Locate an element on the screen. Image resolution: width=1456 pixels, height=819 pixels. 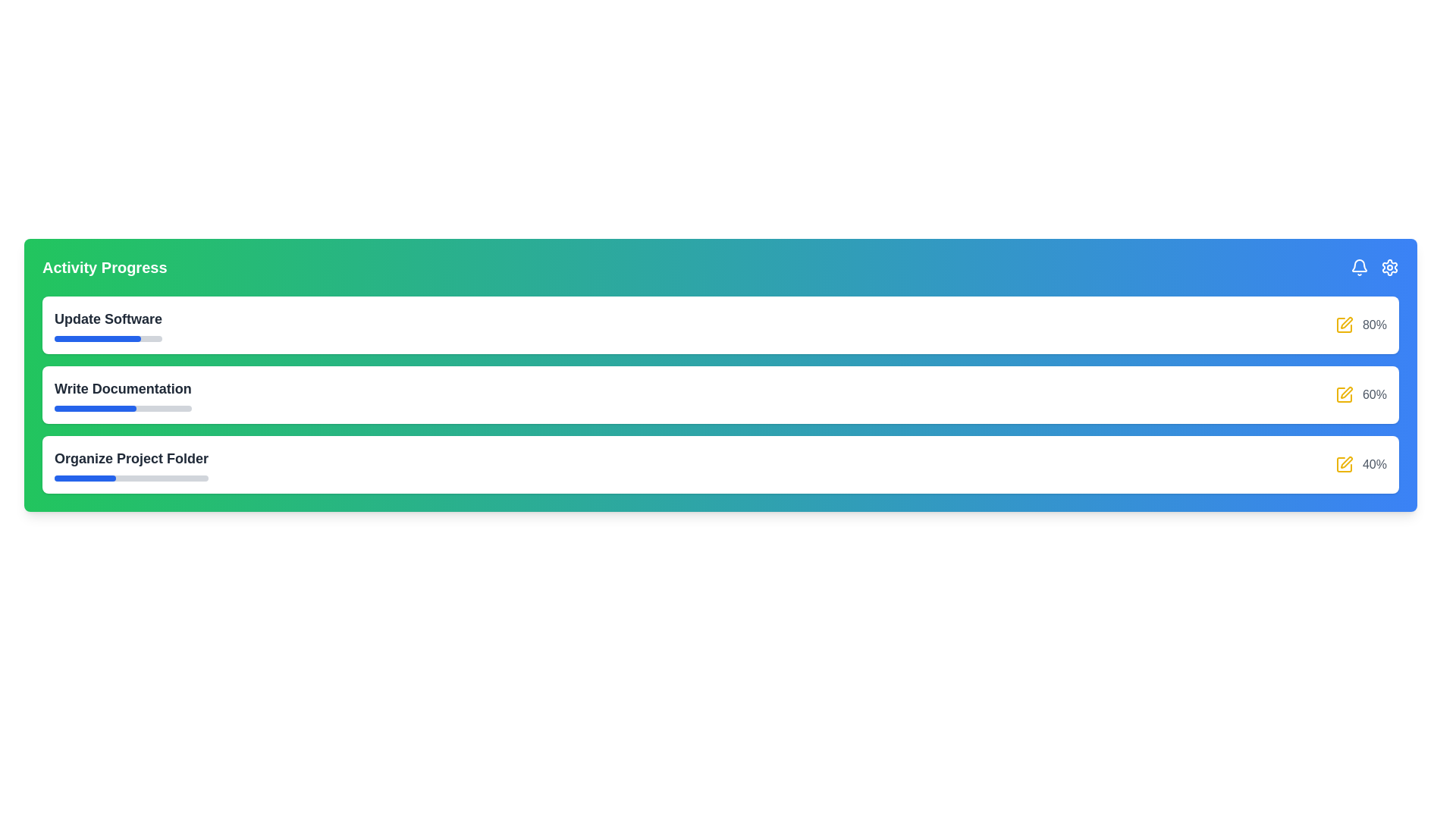
the text label for the task entry titled 'Organize Project Folder', which is the third item under the 'Activity Progress' section is located at coordinates (131, 458).